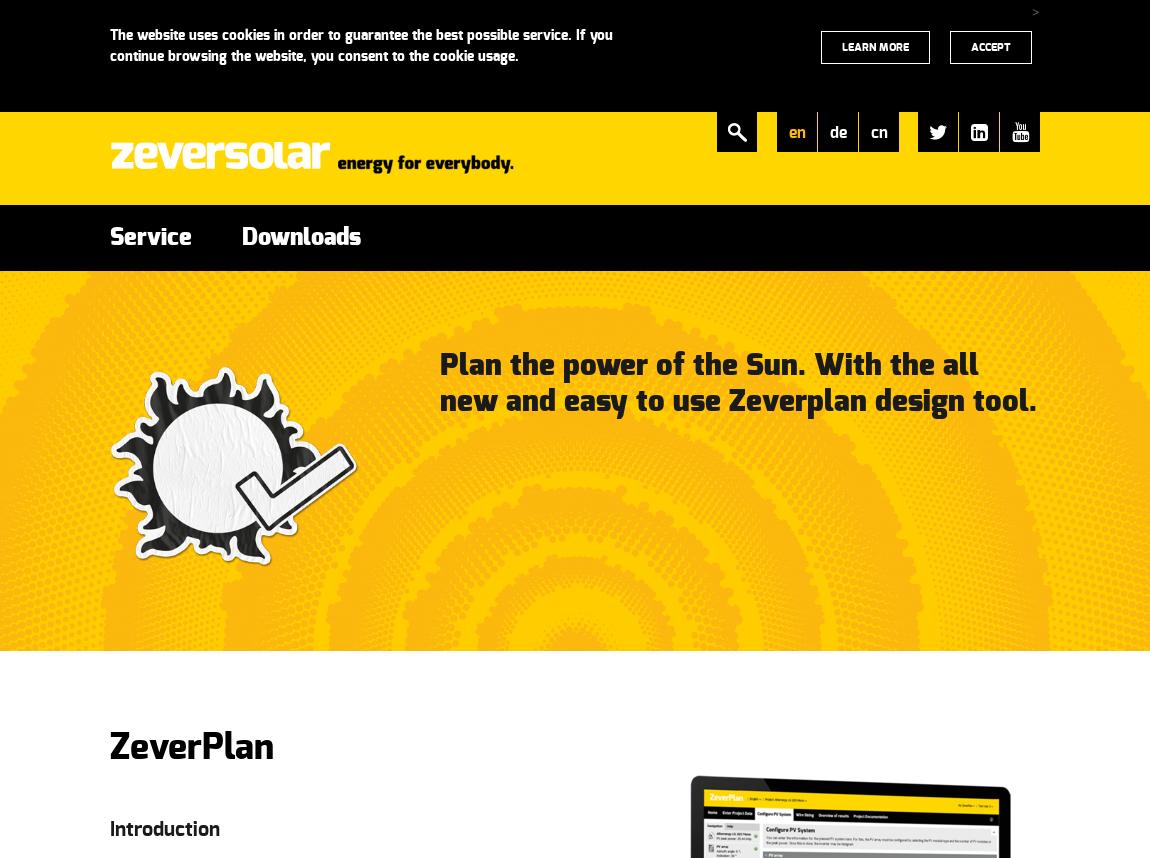 Image resolution: width=1150 pixels, height=858 pixels. What do you see at coordinates (1036, 13) in the screenshot?
I see `'>'` at bounding box center [1036, 13].